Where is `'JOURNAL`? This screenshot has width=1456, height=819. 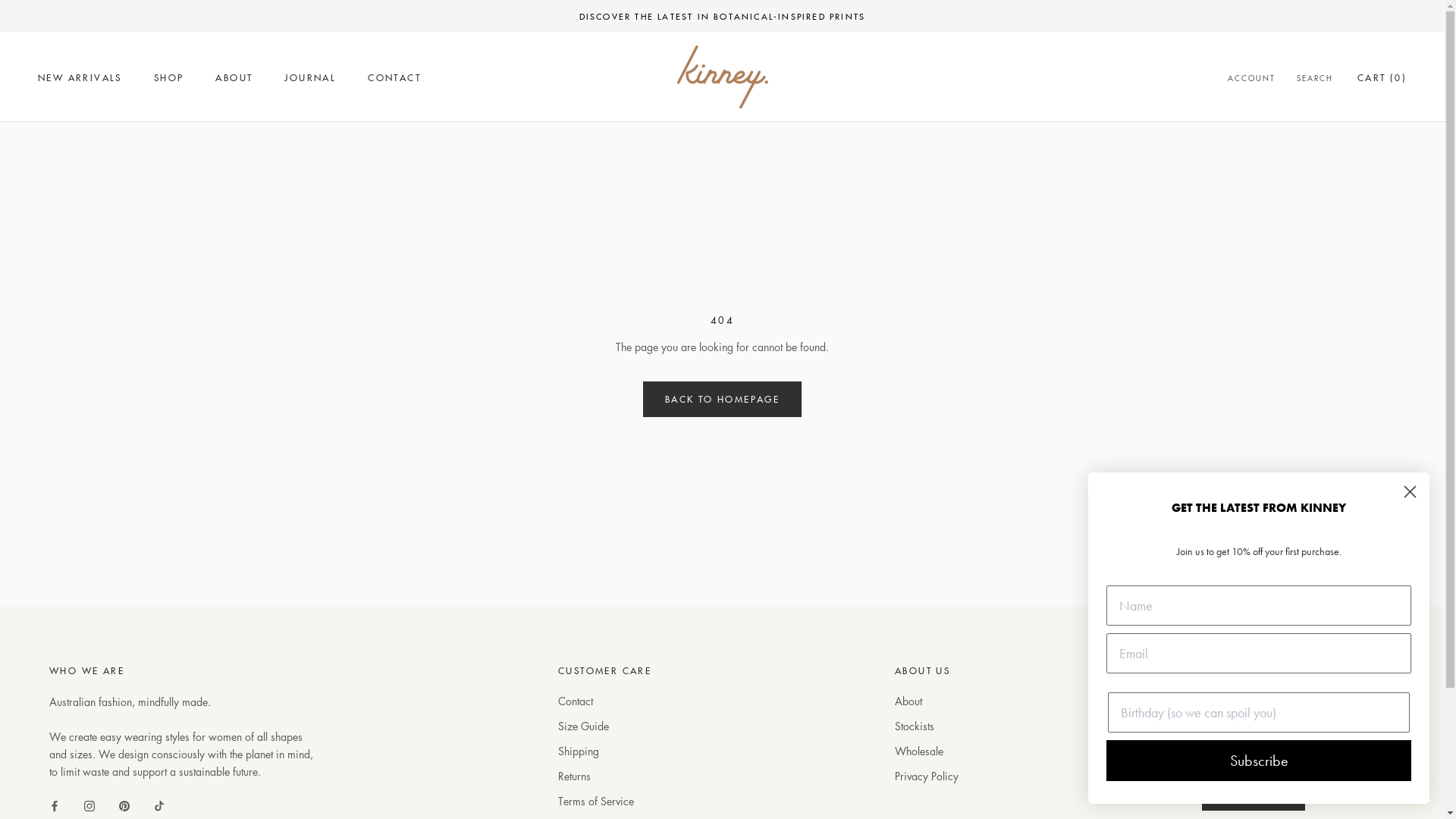 'JOURNAL is located at coordinates (309, 77).